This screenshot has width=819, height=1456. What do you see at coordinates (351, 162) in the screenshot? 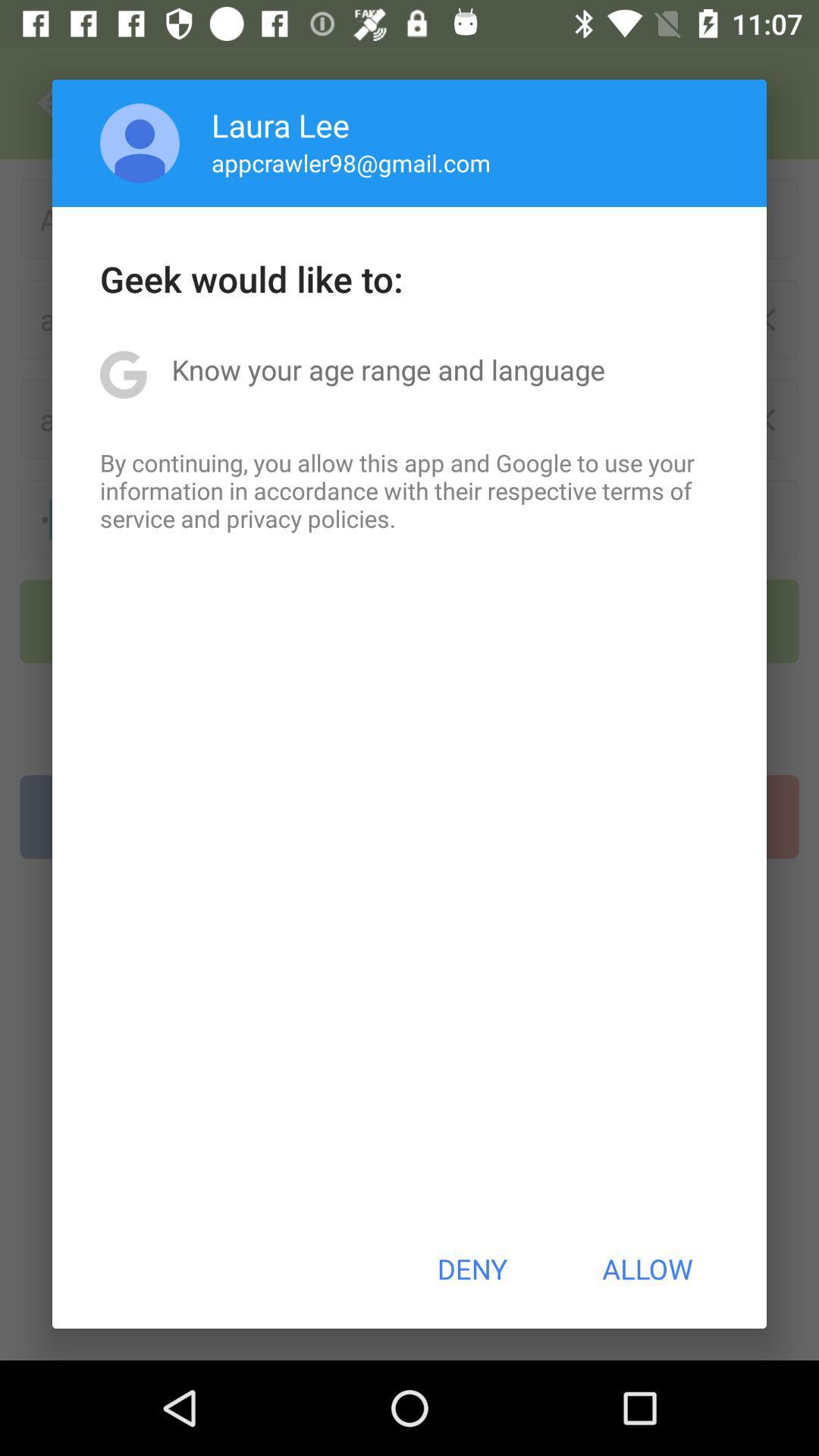
I see `appcrawler98@gmail.com icon` at bounding box center [351, 162].